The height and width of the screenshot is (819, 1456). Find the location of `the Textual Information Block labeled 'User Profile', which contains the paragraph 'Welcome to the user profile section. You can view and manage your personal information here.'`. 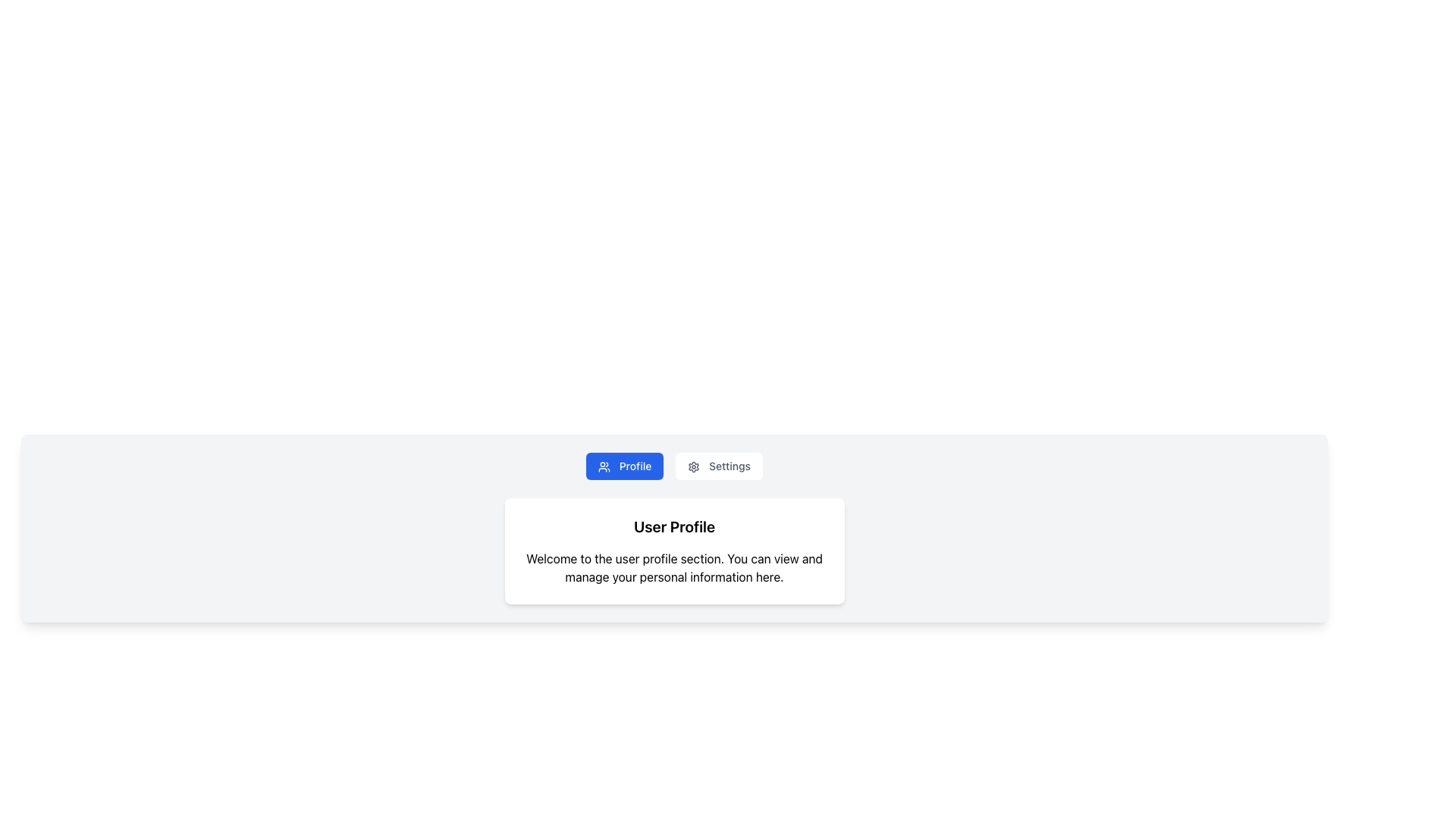

the Textual Information Block labeled 'User Profile', which contains the paragraph 'Welcome to the user profile section. You can view and manage your personal information here.' is located at coordinates (673, 551).